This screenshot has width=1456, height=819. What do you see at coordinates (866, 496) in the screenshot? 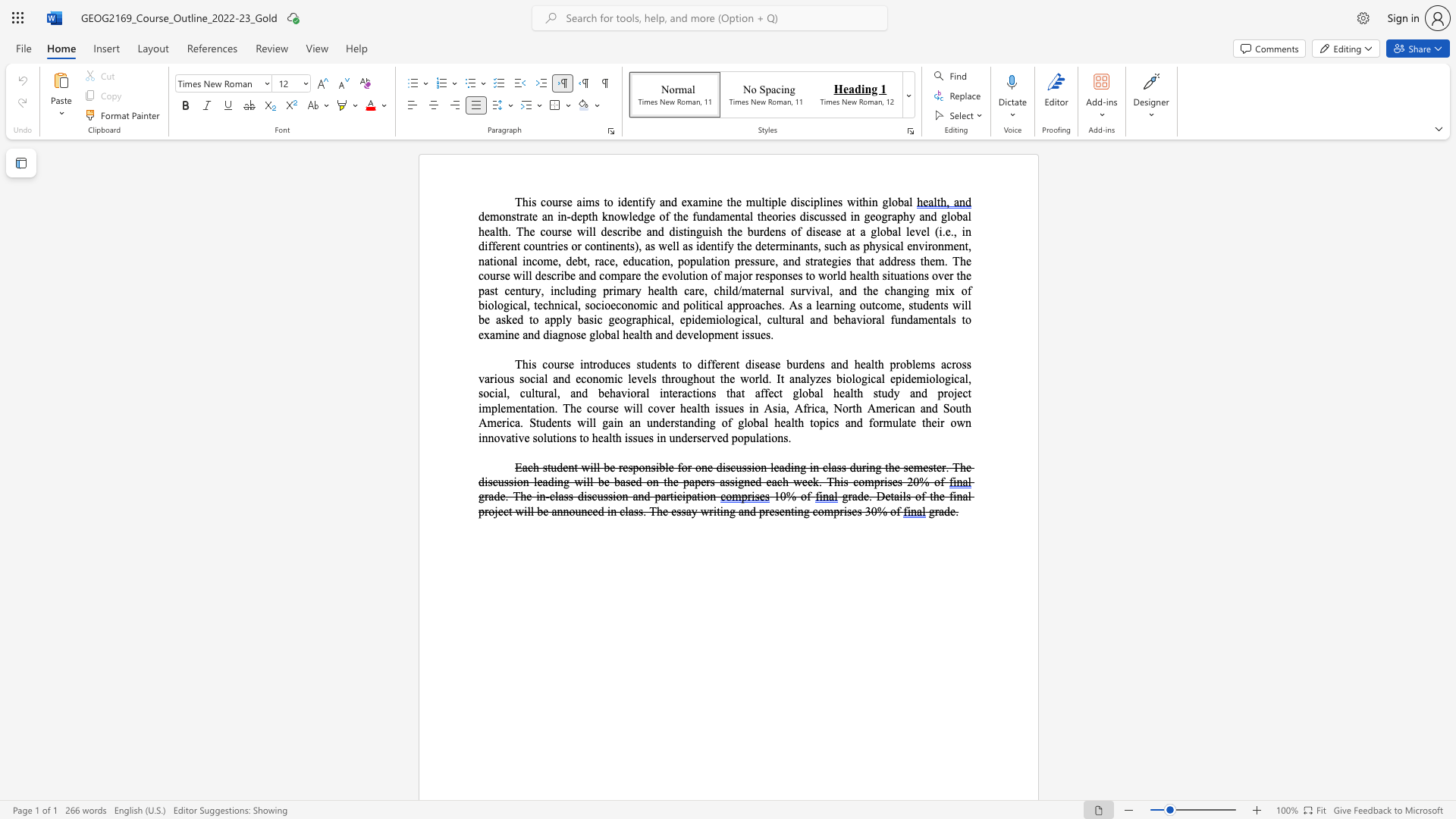
I see `the 1th character "e" in the text` at bounding box center [866, 496].